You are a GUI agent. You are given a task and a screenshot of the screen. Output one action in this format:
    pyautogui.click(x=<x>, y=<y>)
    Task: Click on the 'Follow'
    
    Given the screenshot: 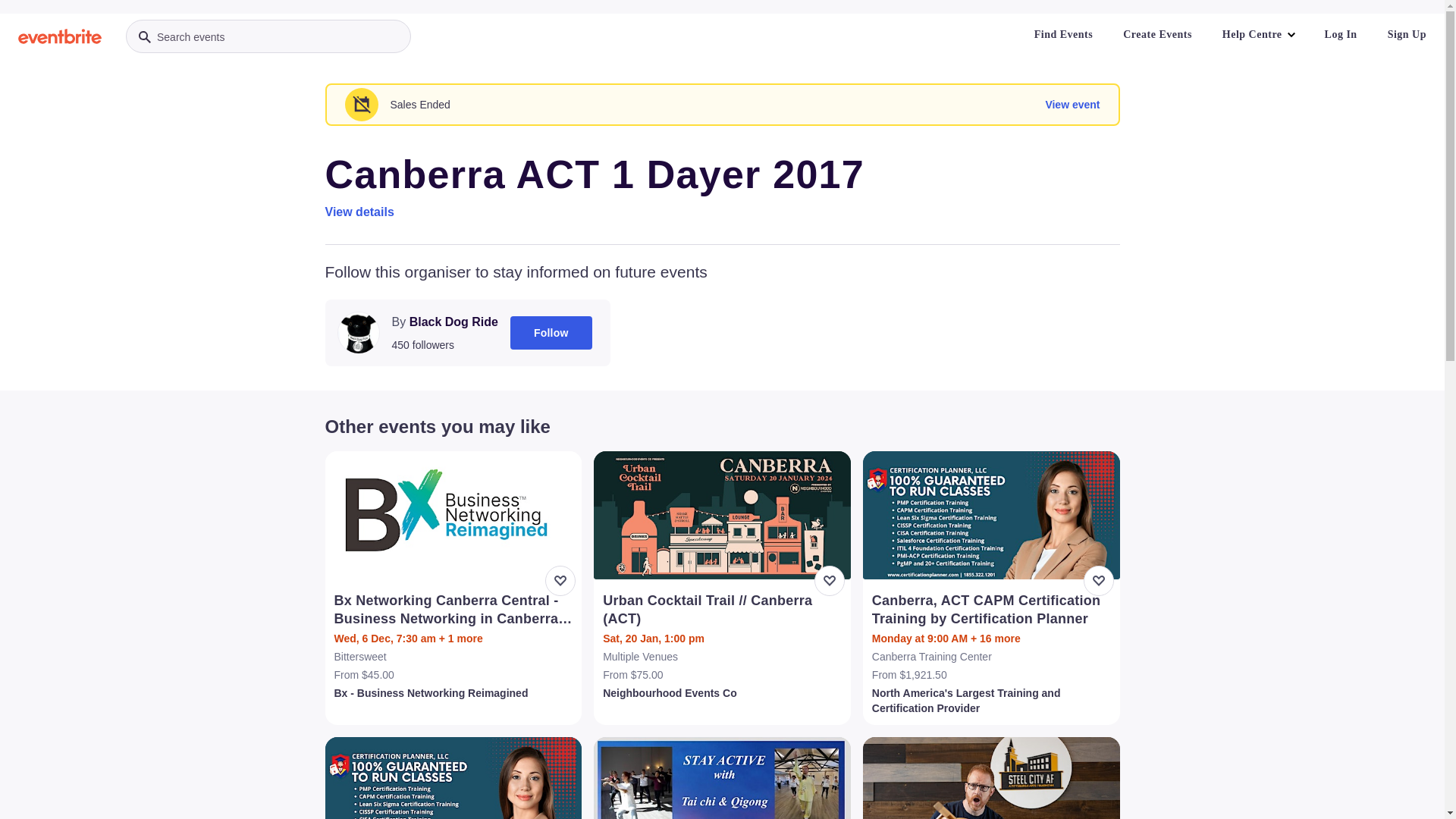 What is the action you would take?
    pyautogui.click(x=510, y=332)
    